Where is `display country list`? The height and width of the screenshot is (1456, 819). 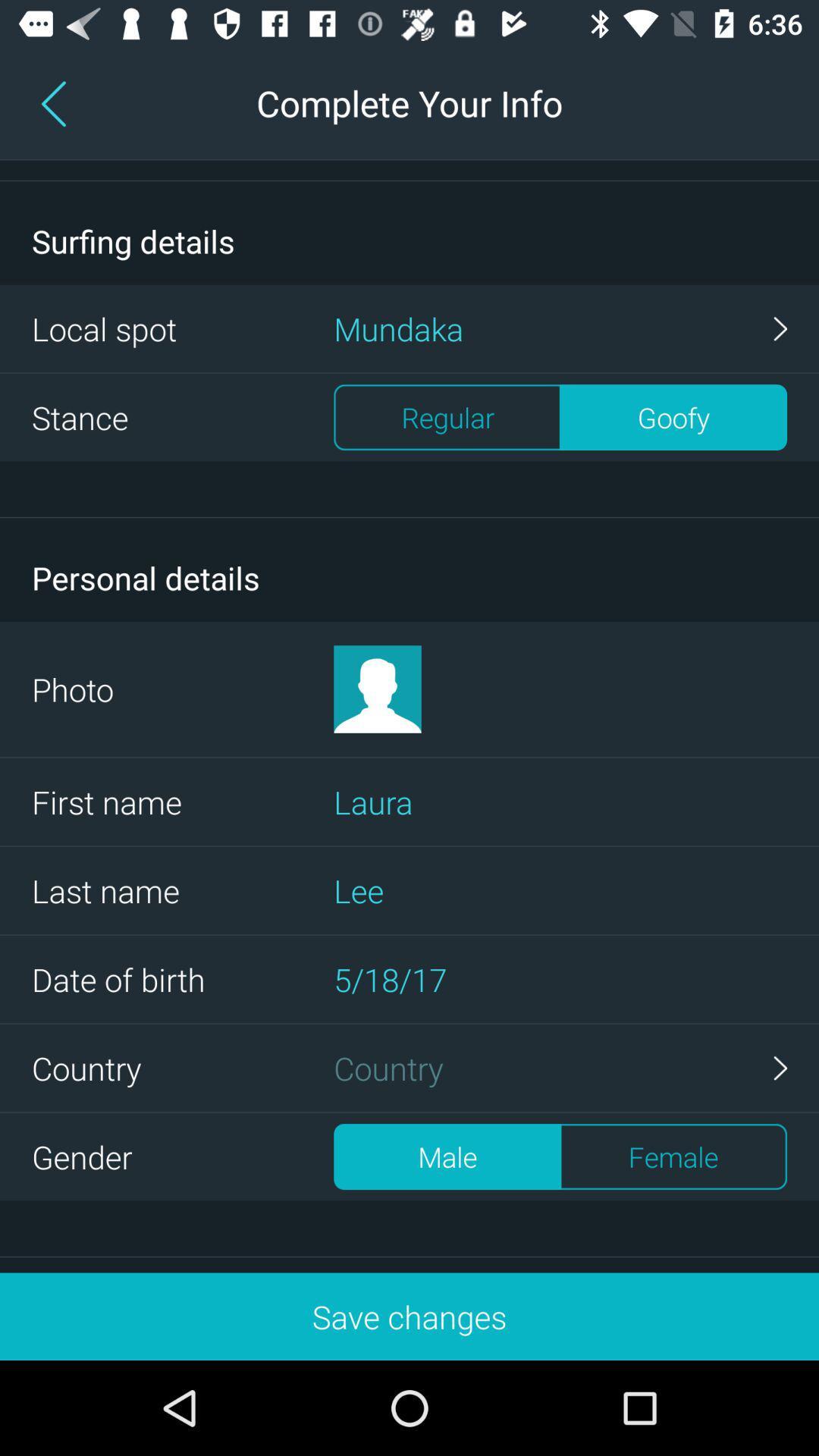 display country list is located at coordinates (560, 1067).